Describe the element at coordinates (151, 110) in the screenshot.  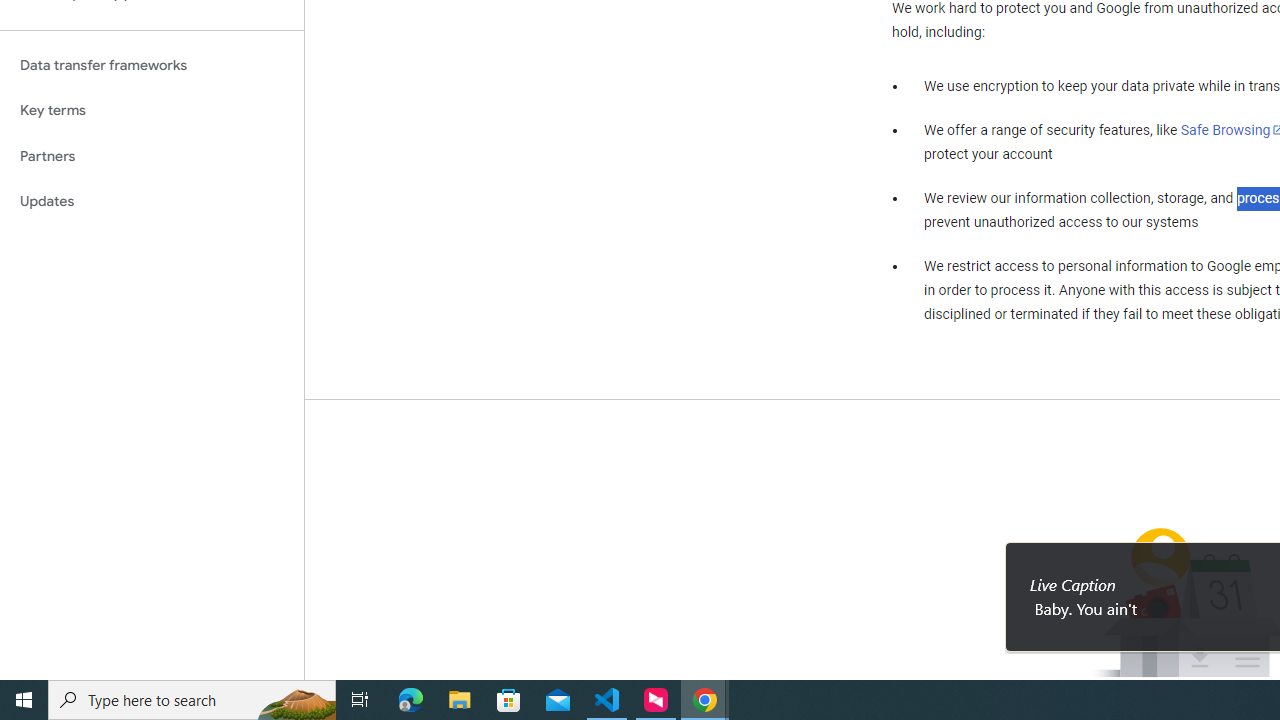
I see `'Key terms'` at that location.